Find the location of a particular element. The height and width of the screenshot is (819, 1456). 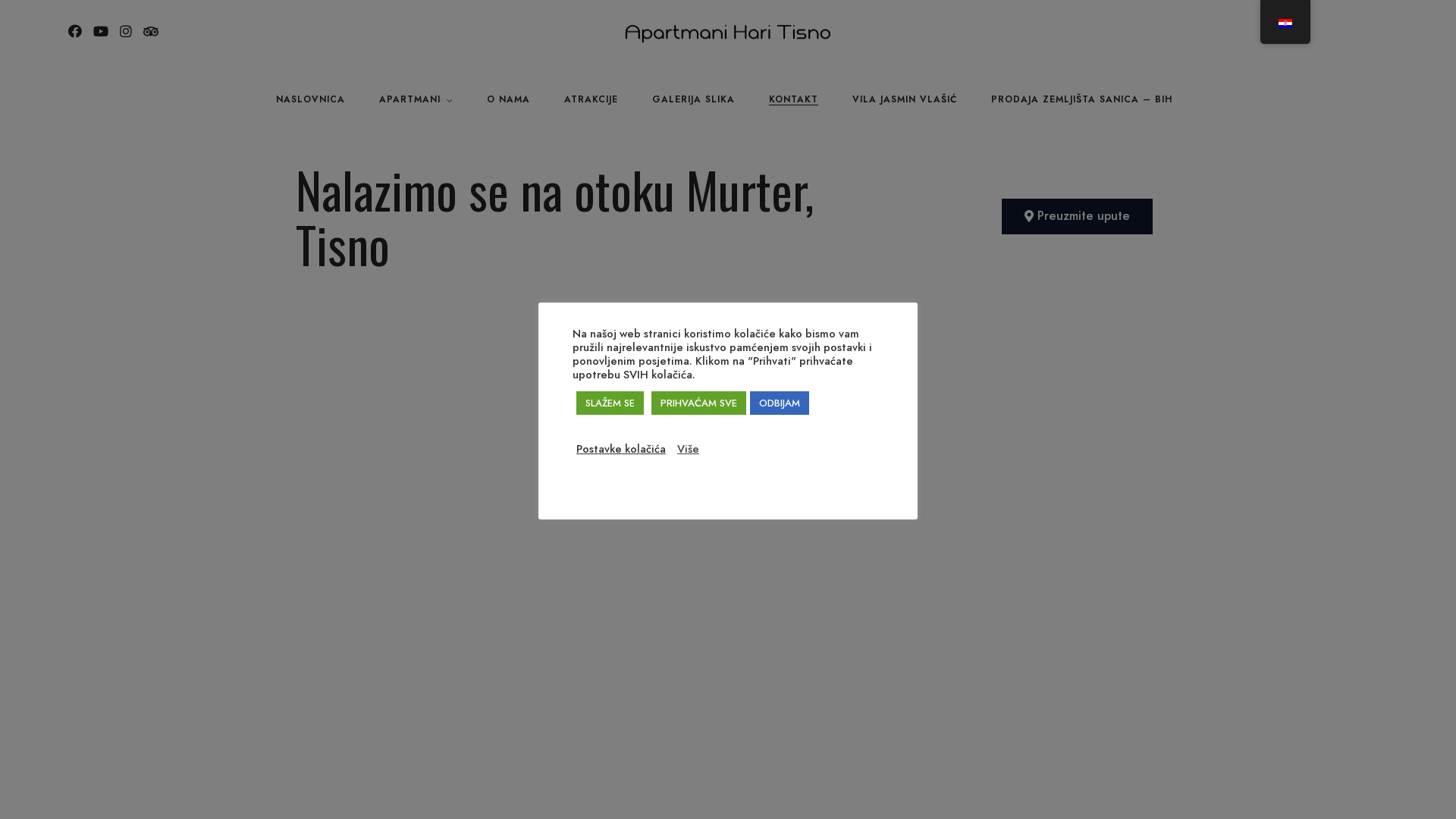

'GALERIJA SLIKA' is located at coordinates (692, 99).